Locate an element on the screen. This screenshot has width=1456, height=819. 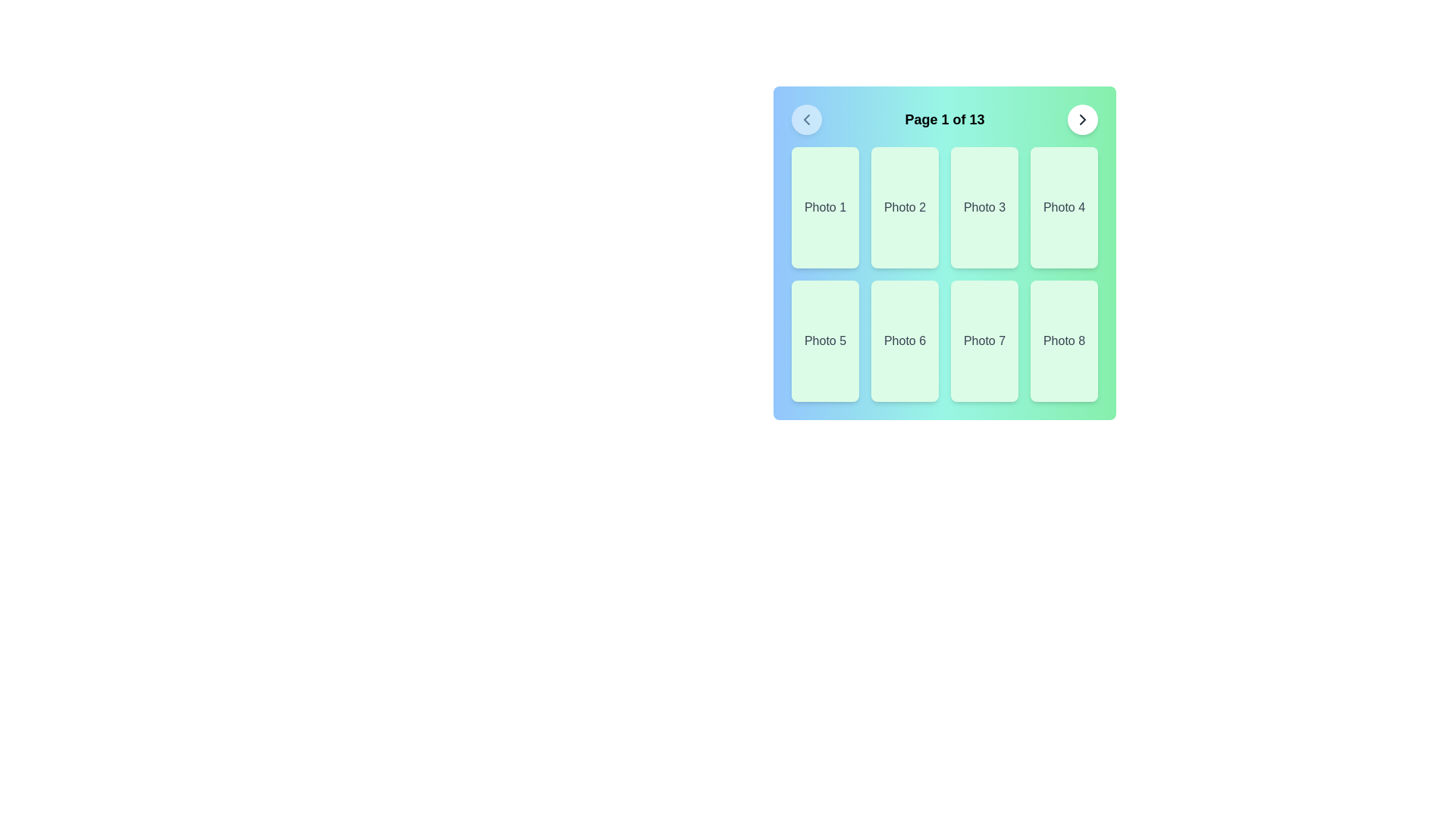
the circular button with a white background and a black right-pointing chevron icon for keyboard navigation is located at coordinates (1081, 119).